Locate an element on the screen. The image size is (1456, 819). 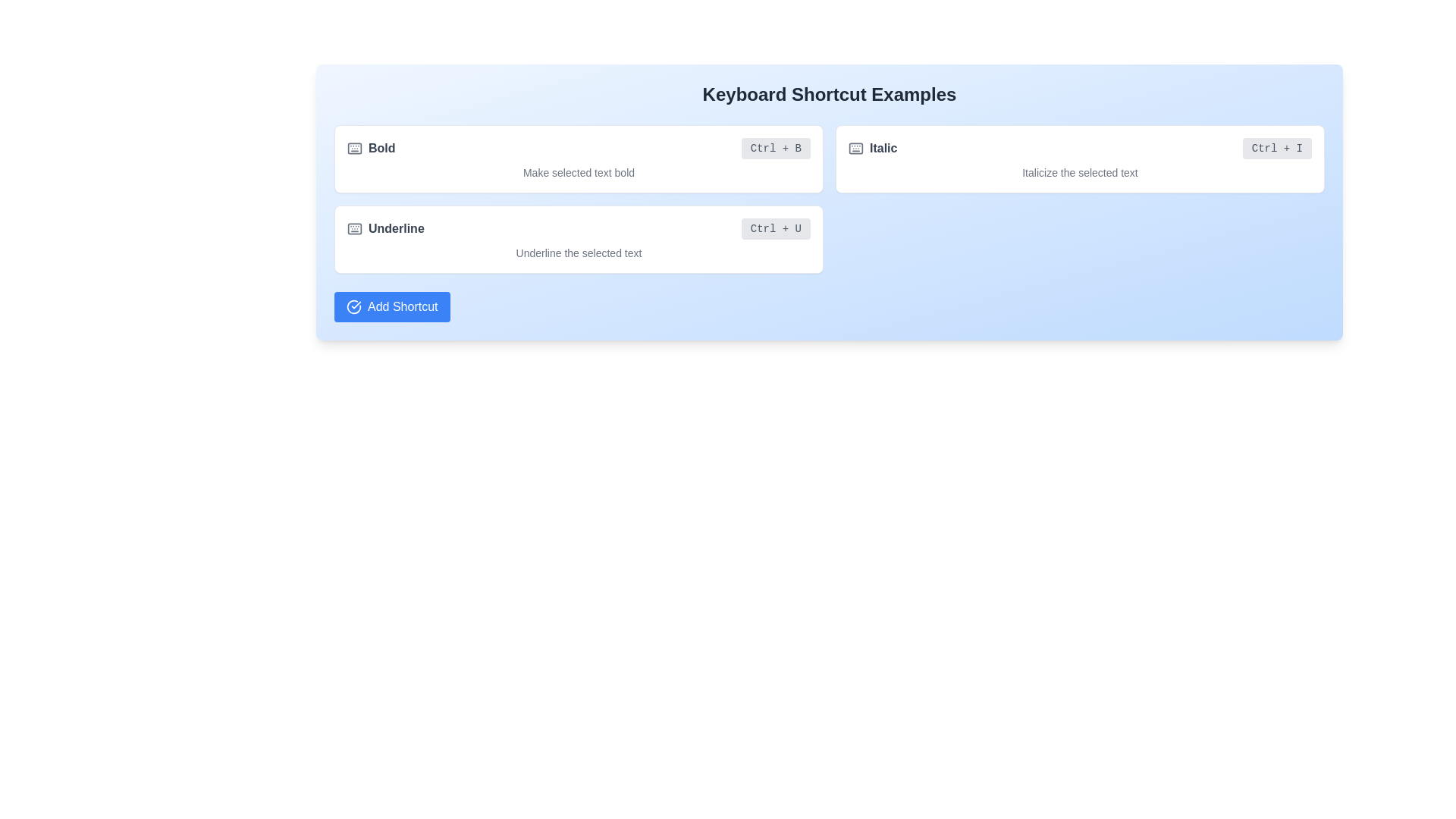
the 'Bold' shortcut label, which indicates the keyboard shortcut (Ctrl + B) required to trigger the bold functionality. This label is positioned near the top-right corner of the corresponding box is located at coordinates (776, 149).